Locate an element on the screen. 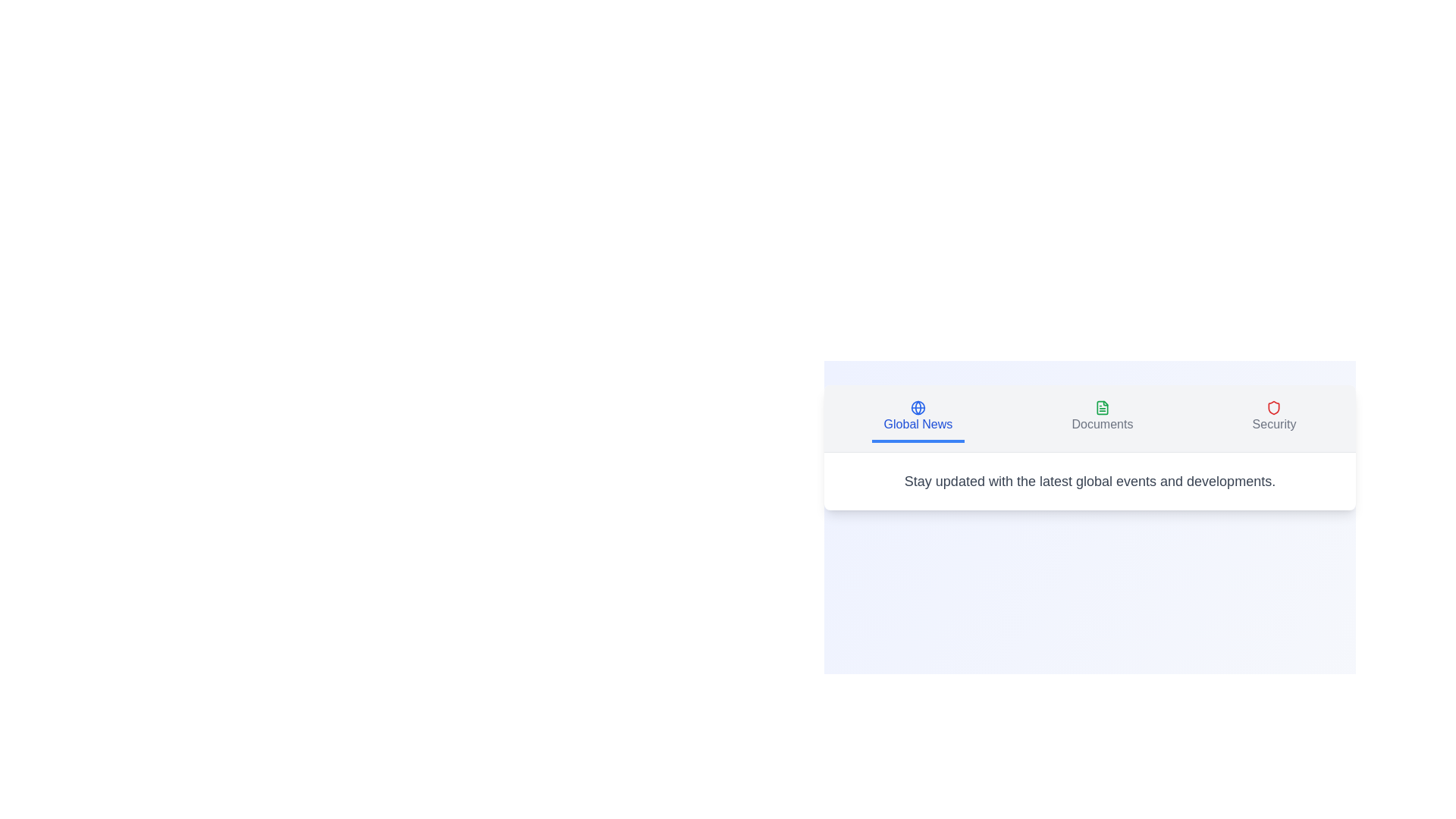 The image size is (1456, 819). the Global News tab is located at coordinates (917, 418).